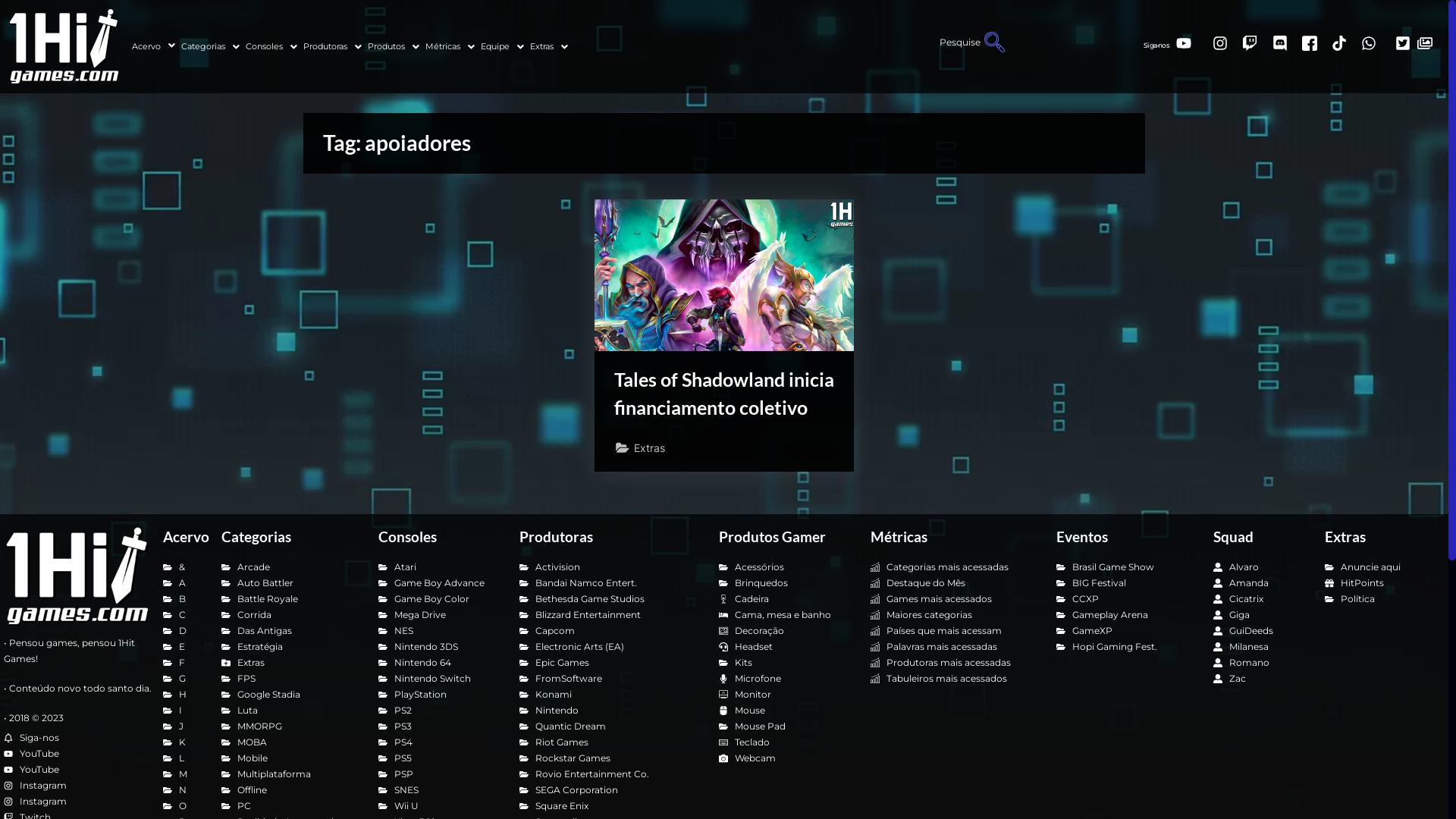 This screenshot has width=1456, height=819. What do you see at coordinates (954, 598) in the screenshot?
I see `'Games mais acessados'` at bounding box center [954, 598].